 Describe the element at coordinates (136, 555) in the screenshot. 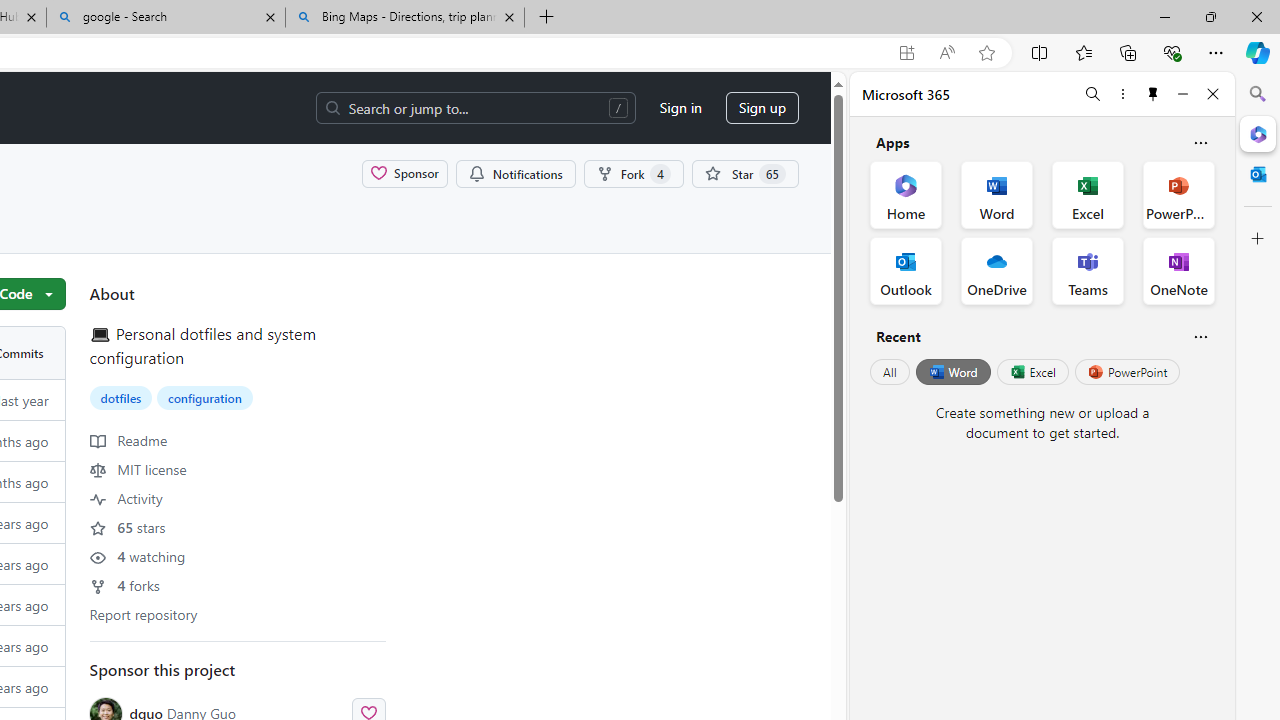

I see `'4 watching'` at that location.